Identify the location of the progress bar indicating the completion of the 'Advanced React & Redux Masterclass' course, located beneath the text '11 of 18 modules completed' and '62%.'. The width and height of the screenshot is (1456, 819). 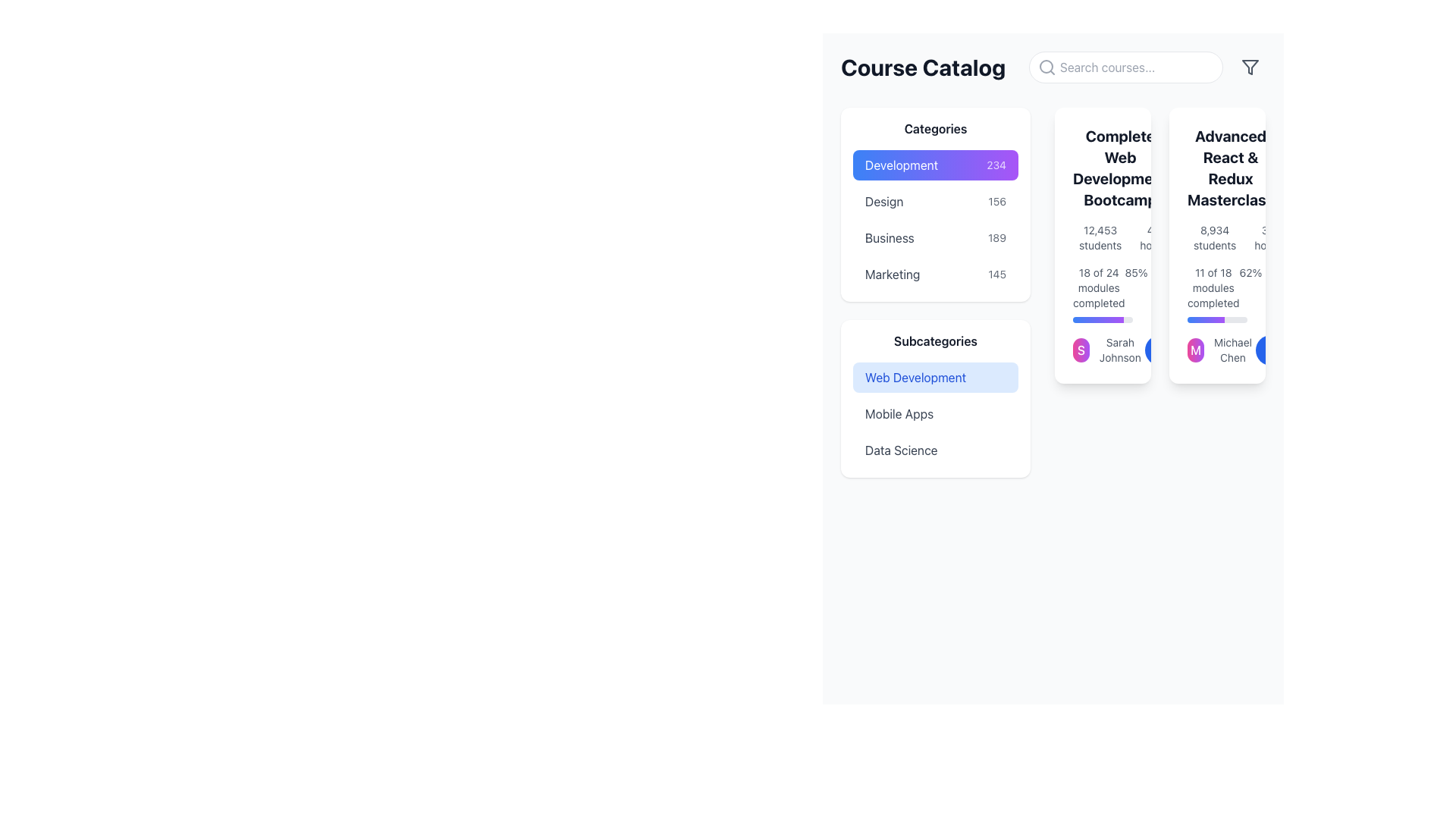
(1217, 318).